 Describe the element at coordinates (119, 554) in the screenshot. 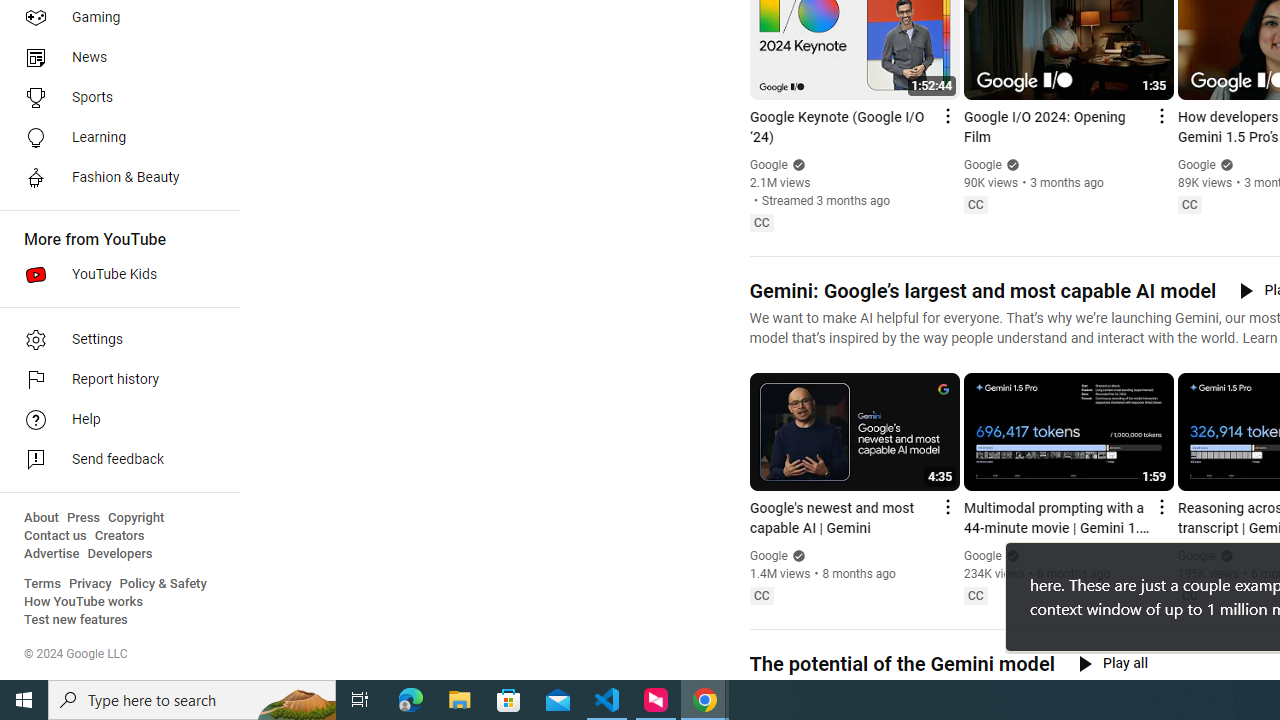

I see `'Developers'` at that location.